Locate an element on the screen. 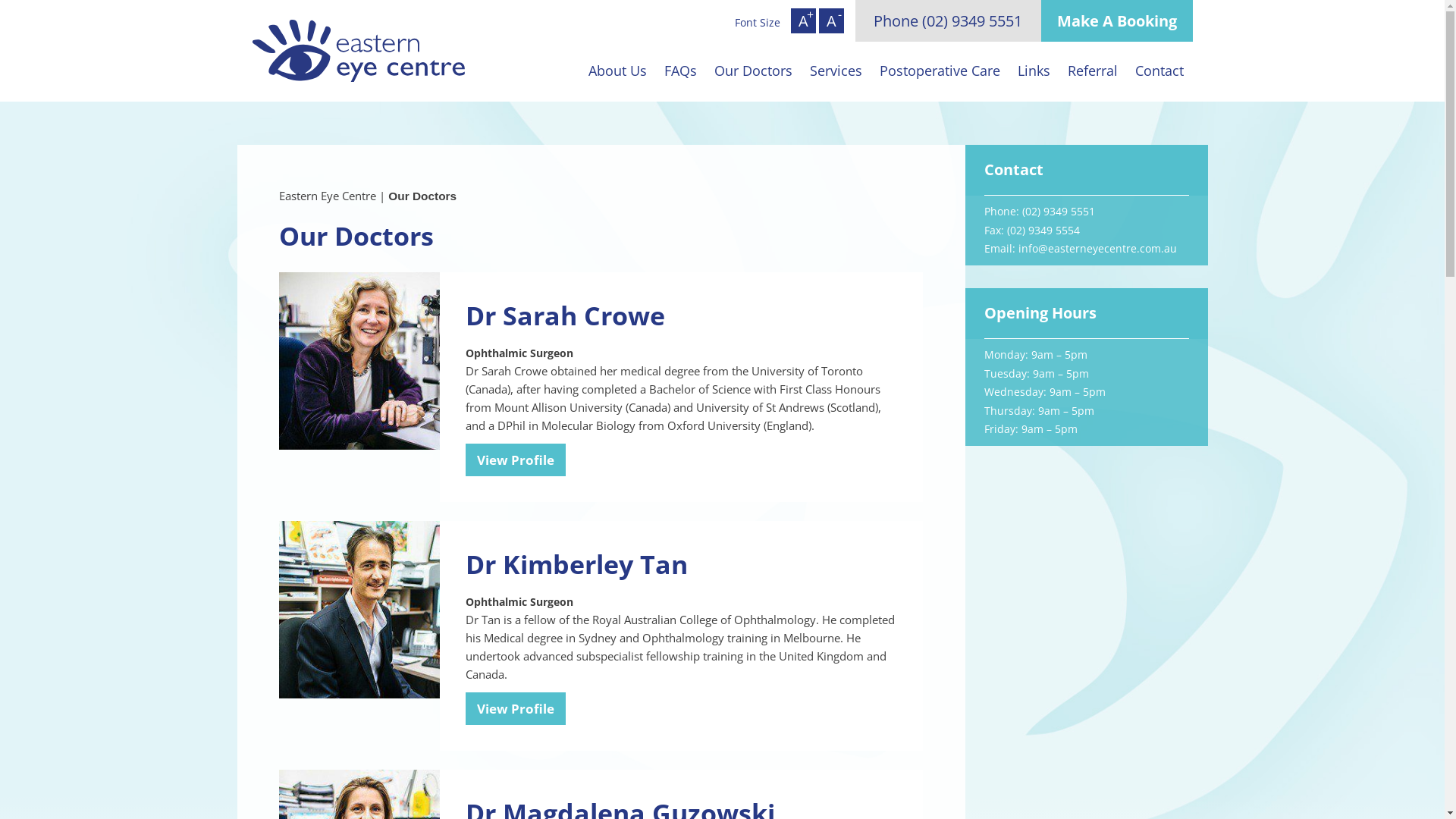 This screenshot has height=819, width=1456. 'Phone (02) 9349 5551' is located at coordinates (947, 20).